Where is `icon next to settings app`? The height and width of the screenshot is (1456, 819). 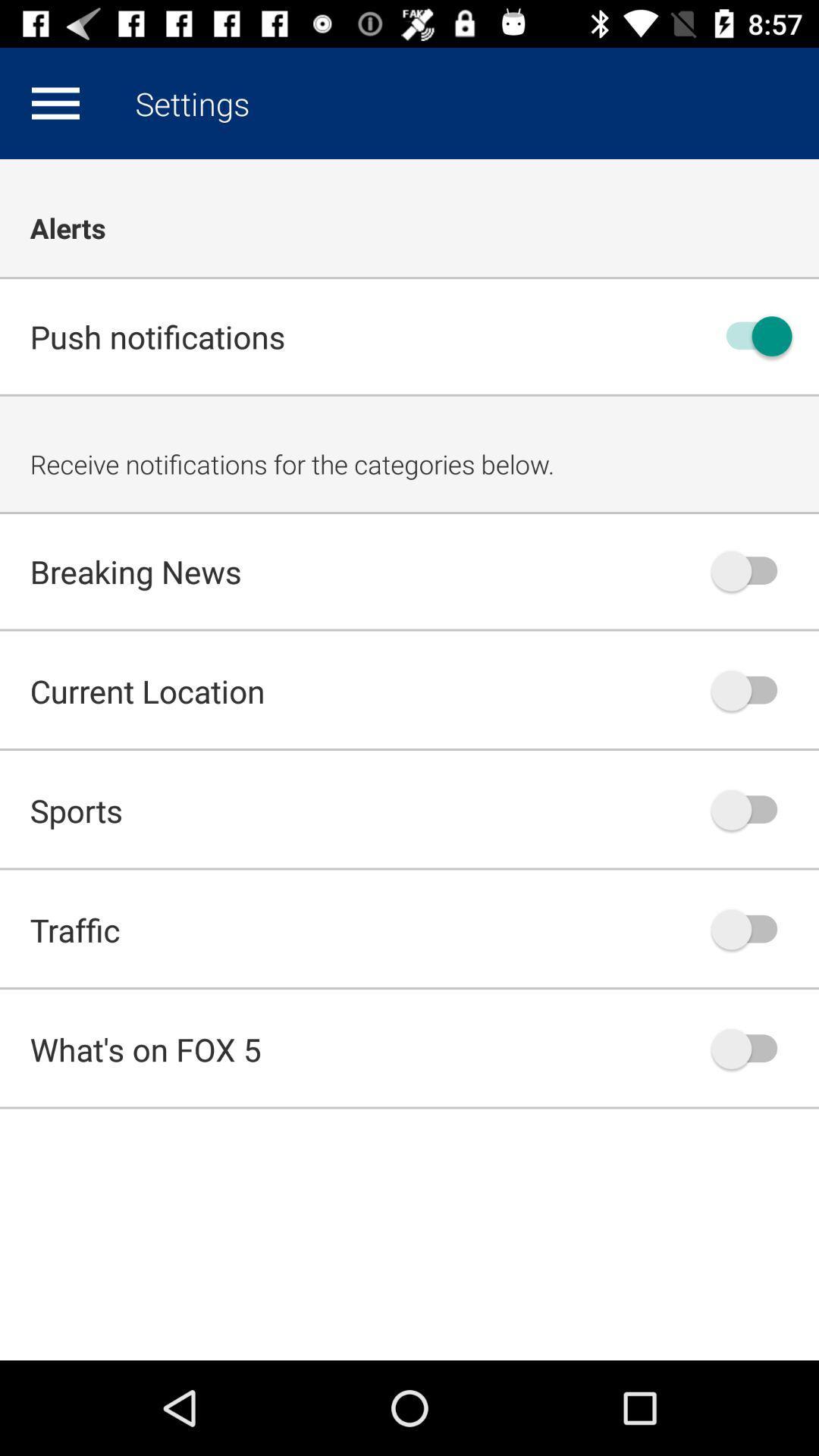
icon next to settings app is located at coordinates (55, 102).